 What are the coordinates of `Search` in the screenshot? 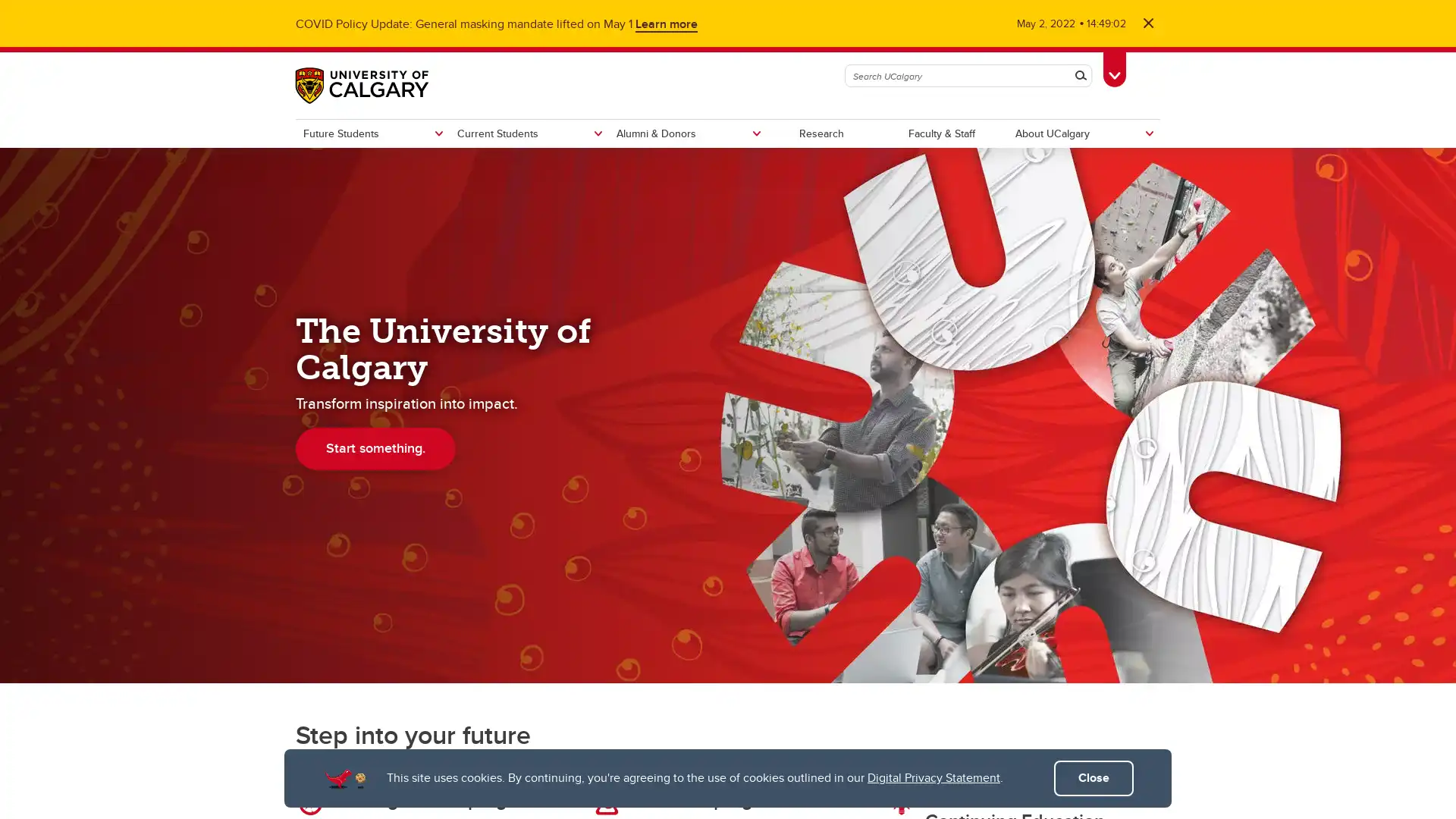 It's located at (1080, 76).